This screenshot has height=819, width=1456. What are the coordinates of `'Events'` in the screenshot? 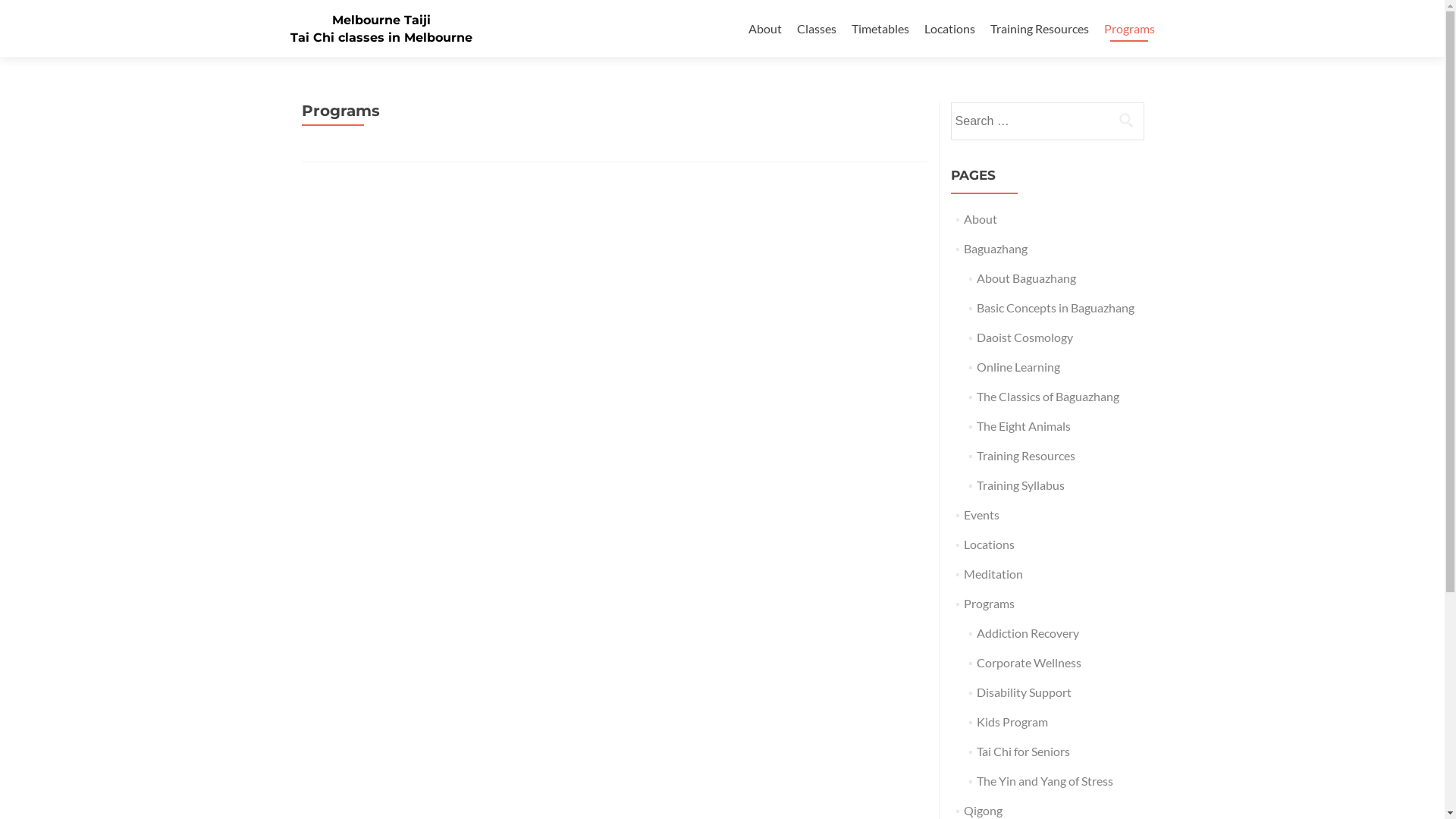 It's located at (981, 513).